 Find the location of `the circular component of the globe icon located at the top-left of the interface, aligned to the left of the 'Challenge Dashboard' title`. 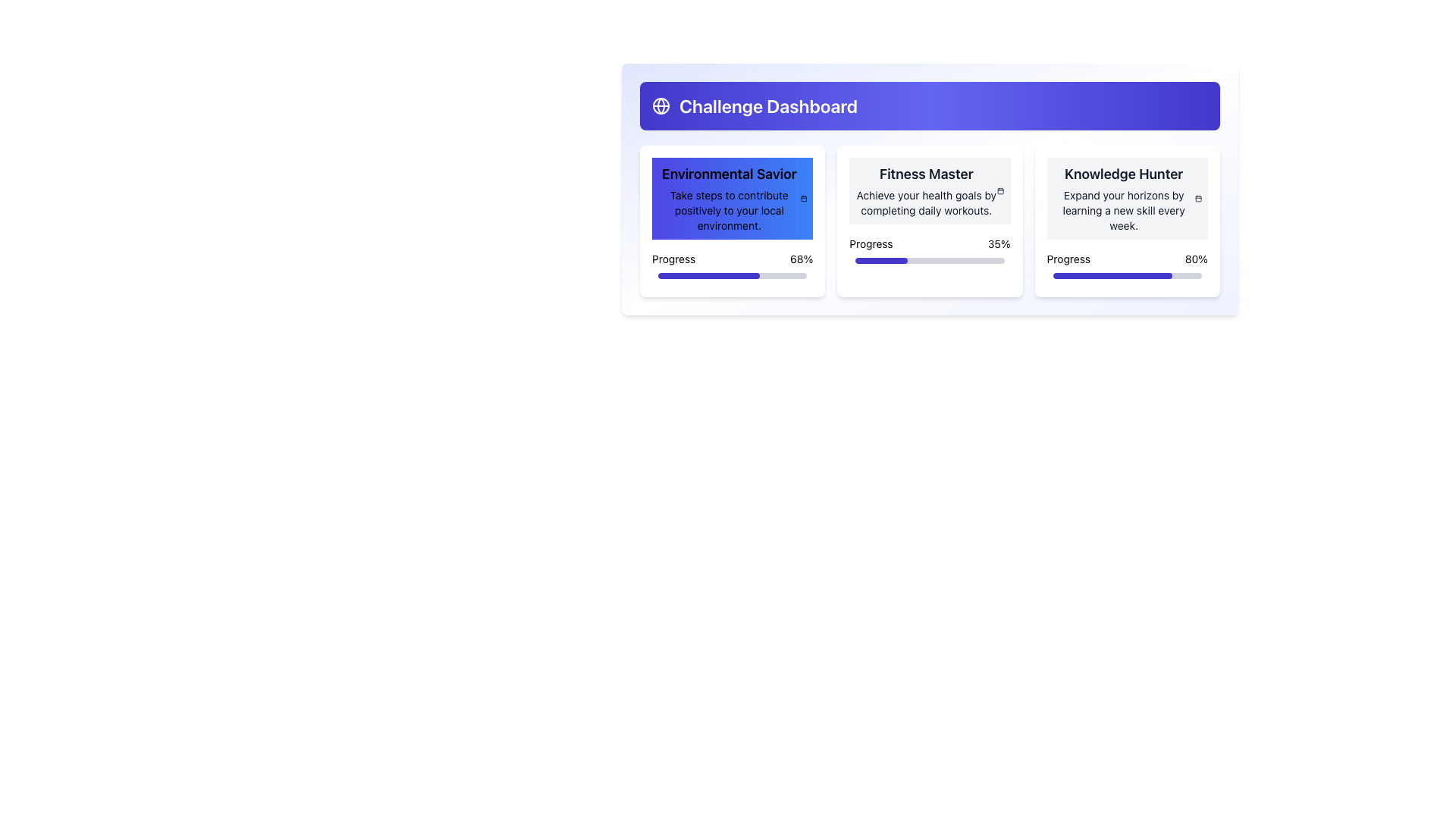

the circular component of the globe icon located at the top-left of the interface, aligned to the left of the 'Challenge Dashboard' title is located at coordinates (661, 105).